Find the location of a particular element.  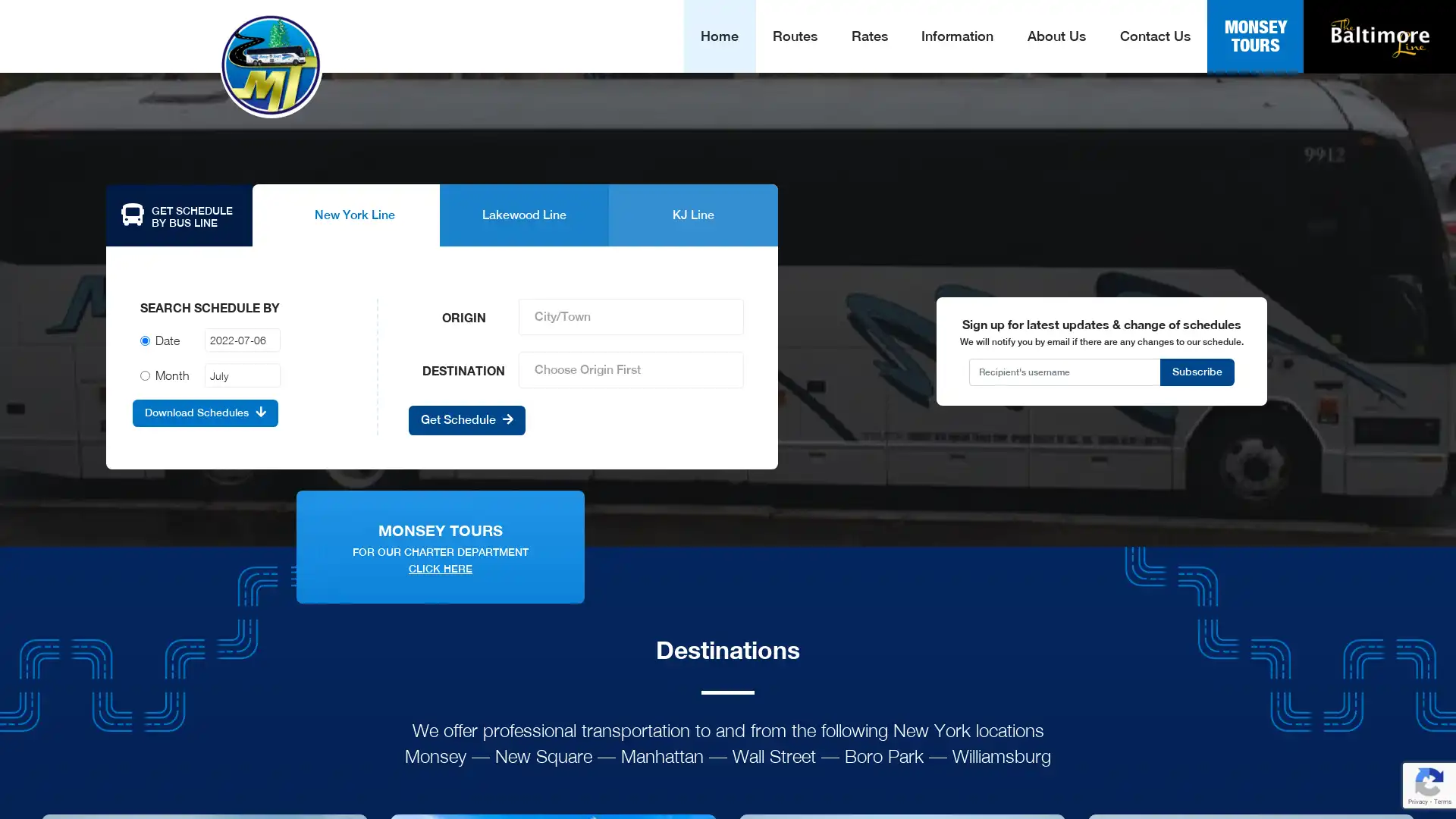

Subscribe is located at coordinates (1196, 372).